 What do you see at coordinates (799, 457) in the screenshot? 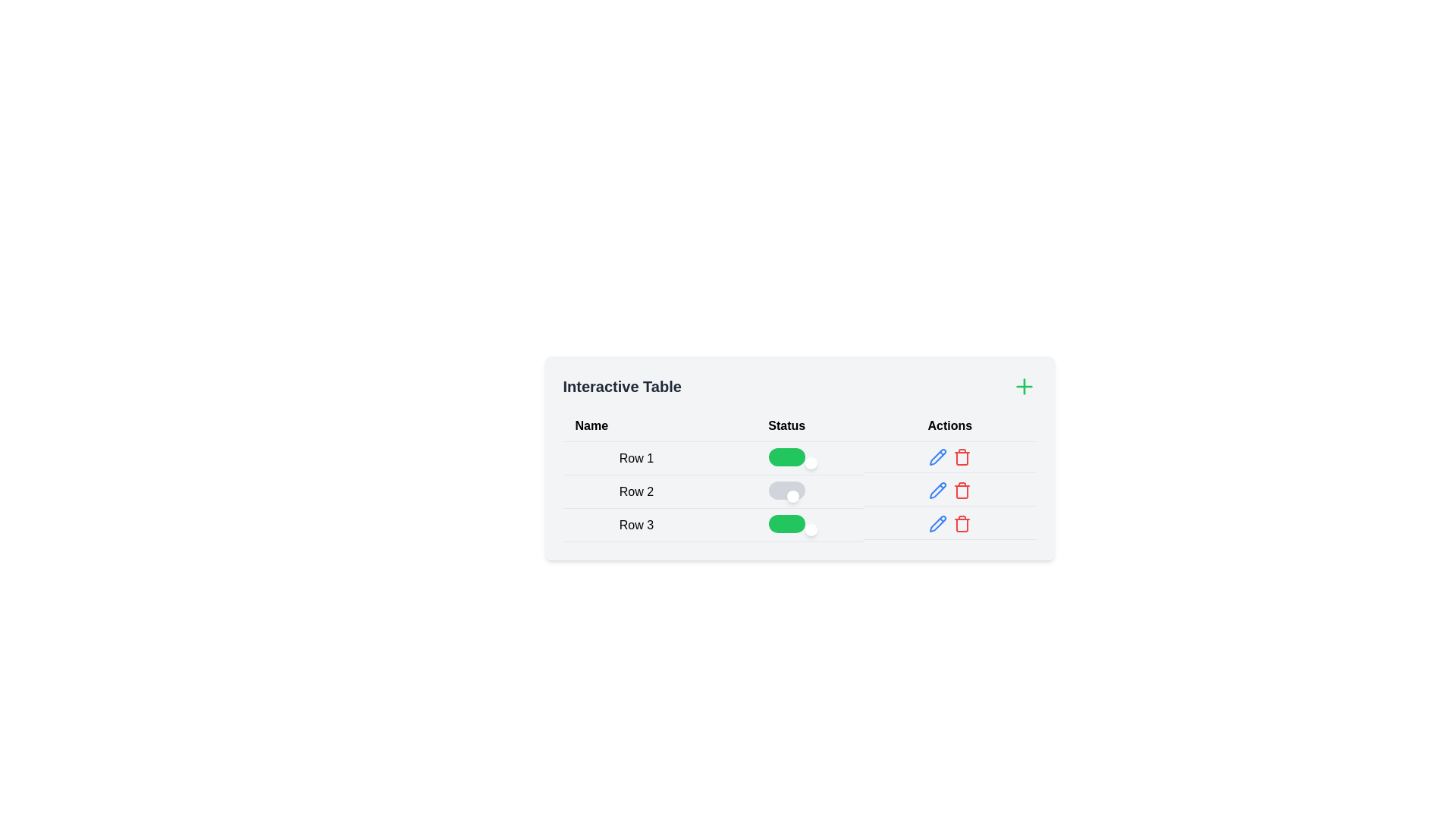
I see `the toggle switch in the first row, second column under the 'Status' header of the 'Interactive Table' to receive a tooltip if available` at bounding box center [799, 457].